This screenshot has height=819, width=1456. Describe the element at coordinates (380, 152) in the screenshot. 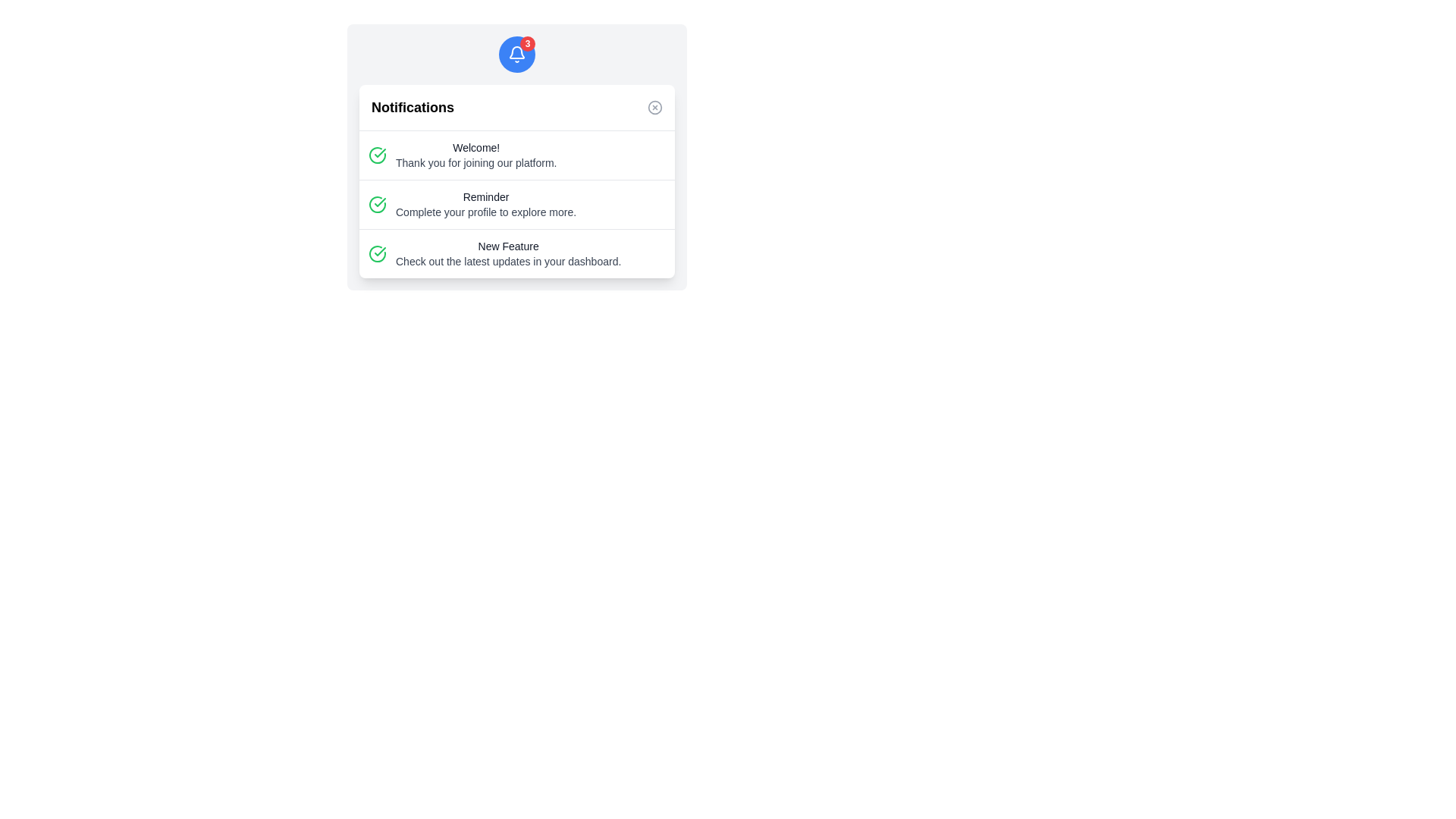

I see `the notification by clicking on the small green checkmark icon, which indicates a successful action, located in the first notification item` at that location.